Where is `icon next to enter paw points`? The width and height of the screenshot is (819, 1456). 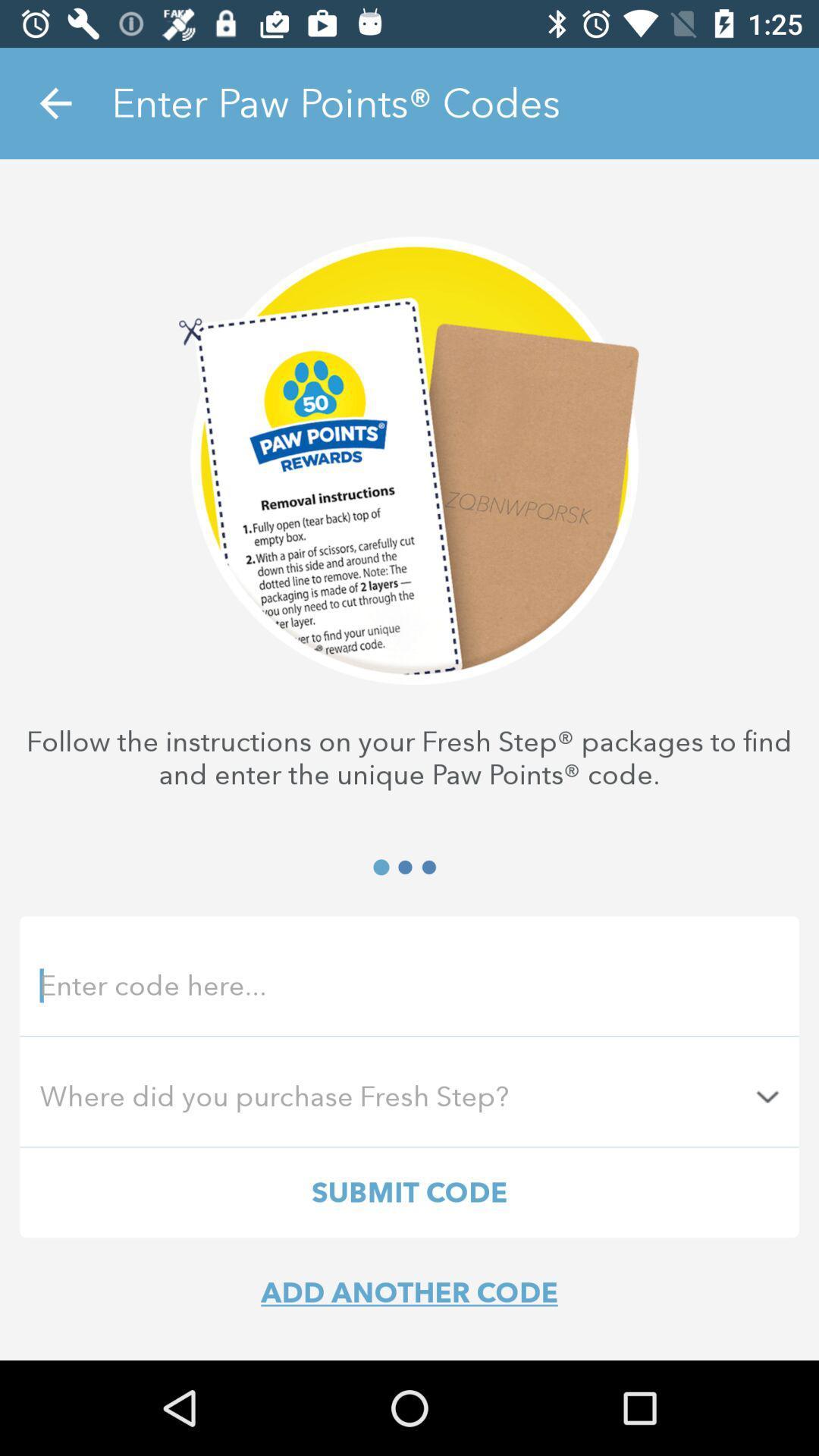
icon next to enter paw points is located at coordinates (55, 102).